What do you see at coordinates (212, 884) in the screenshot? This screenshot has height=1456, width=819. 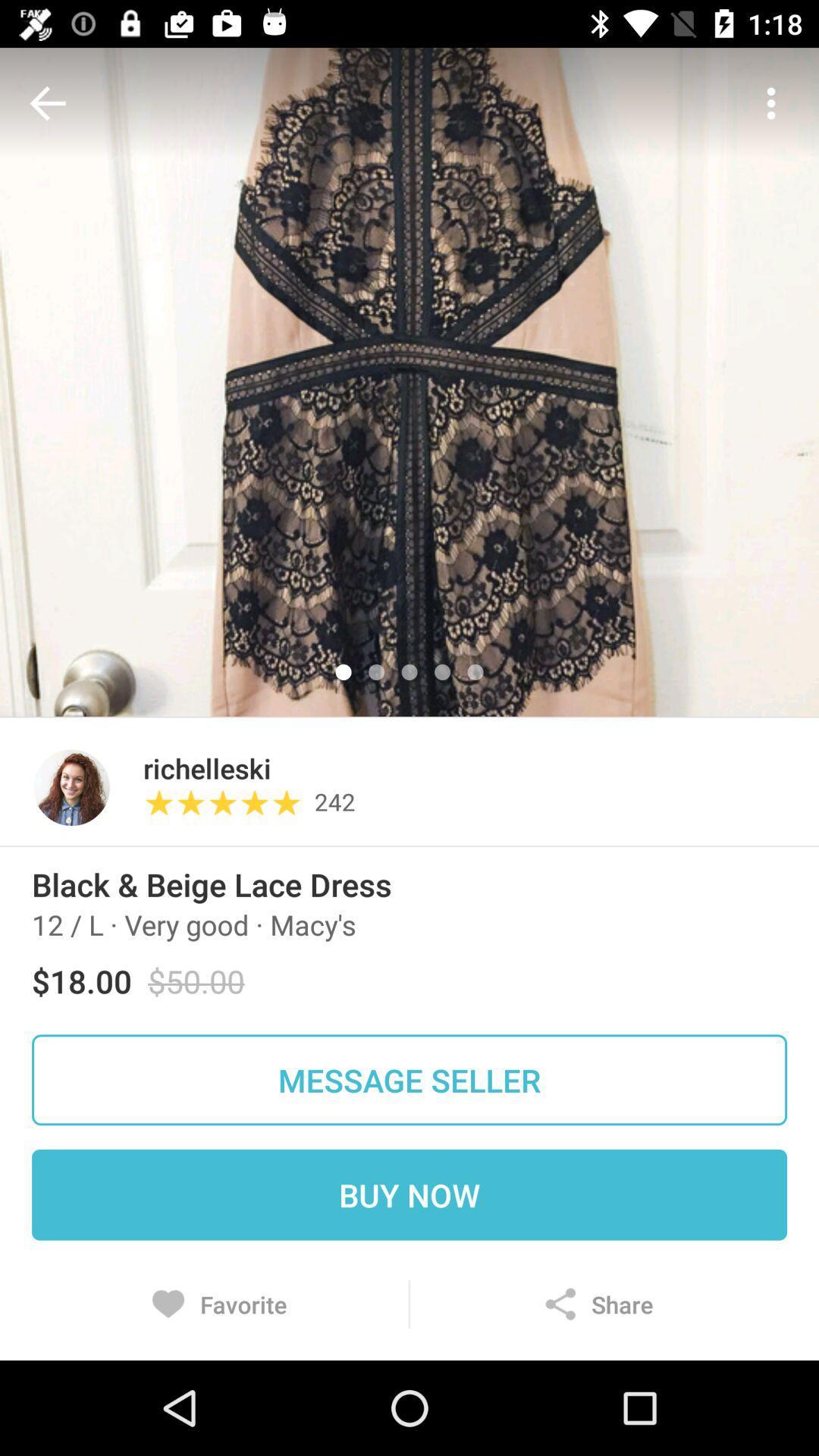 I see `the black beige lace item` at bounding box center [212, 884].